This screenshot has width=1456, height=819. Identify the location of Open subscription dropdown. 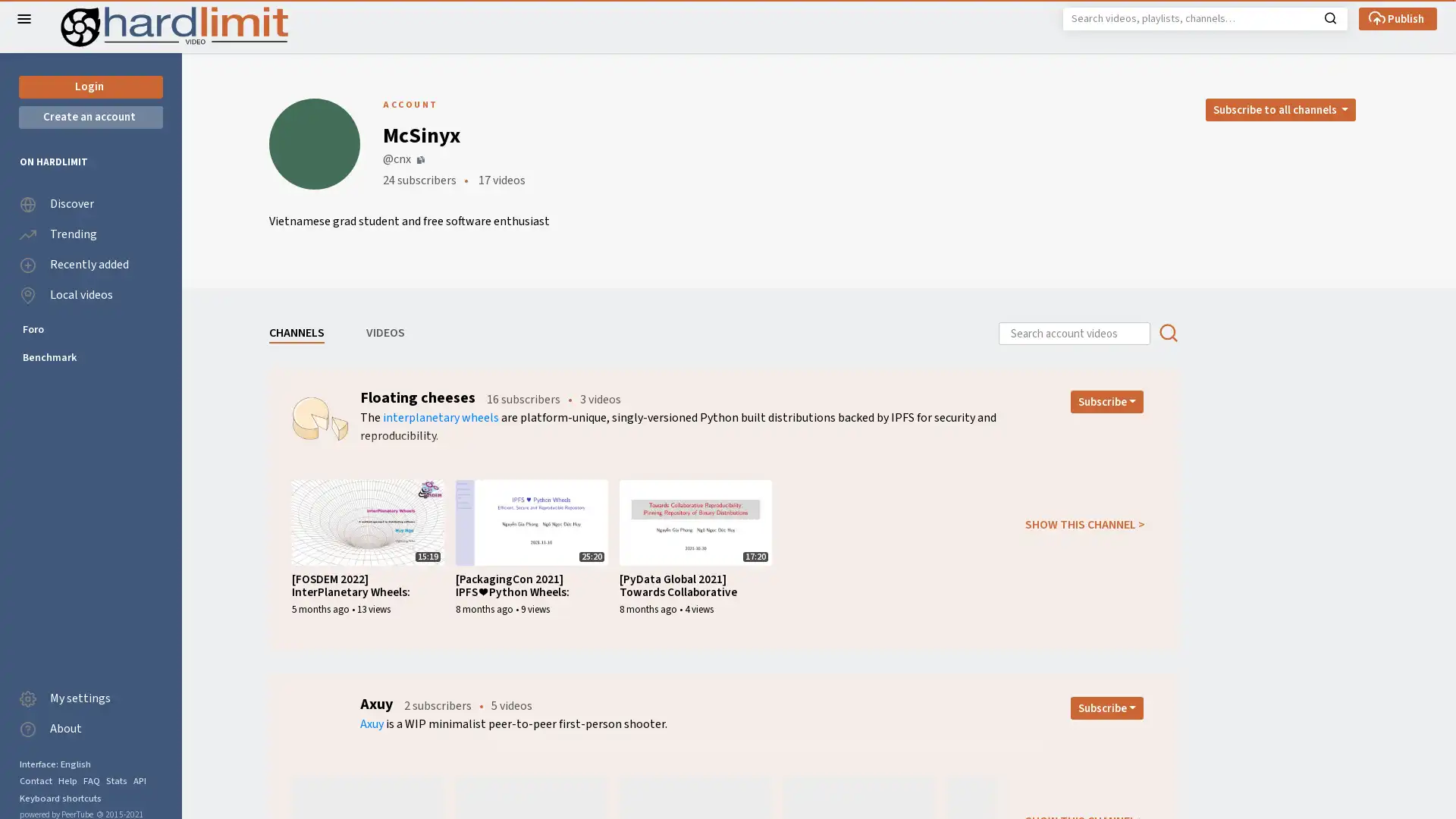
(1279, 109).